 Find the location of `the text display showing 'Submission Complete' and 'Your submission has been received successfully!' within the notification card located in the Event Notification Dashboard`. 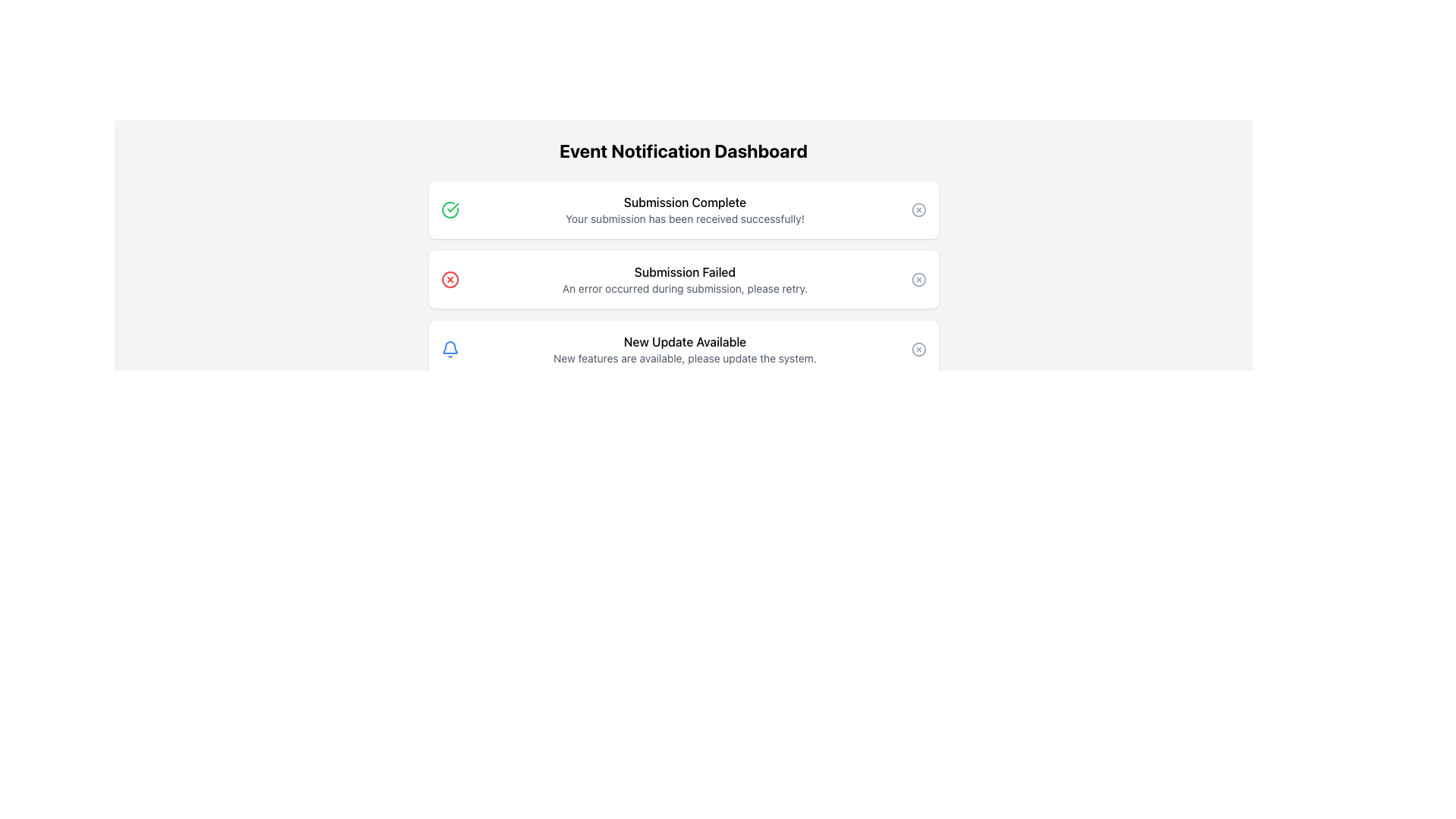

the text display showing 'Submission Complete' and 'Your submission has been received successfully!' within the notification card located in the Event Notification Dashboard is located at coordinates (684, 210).